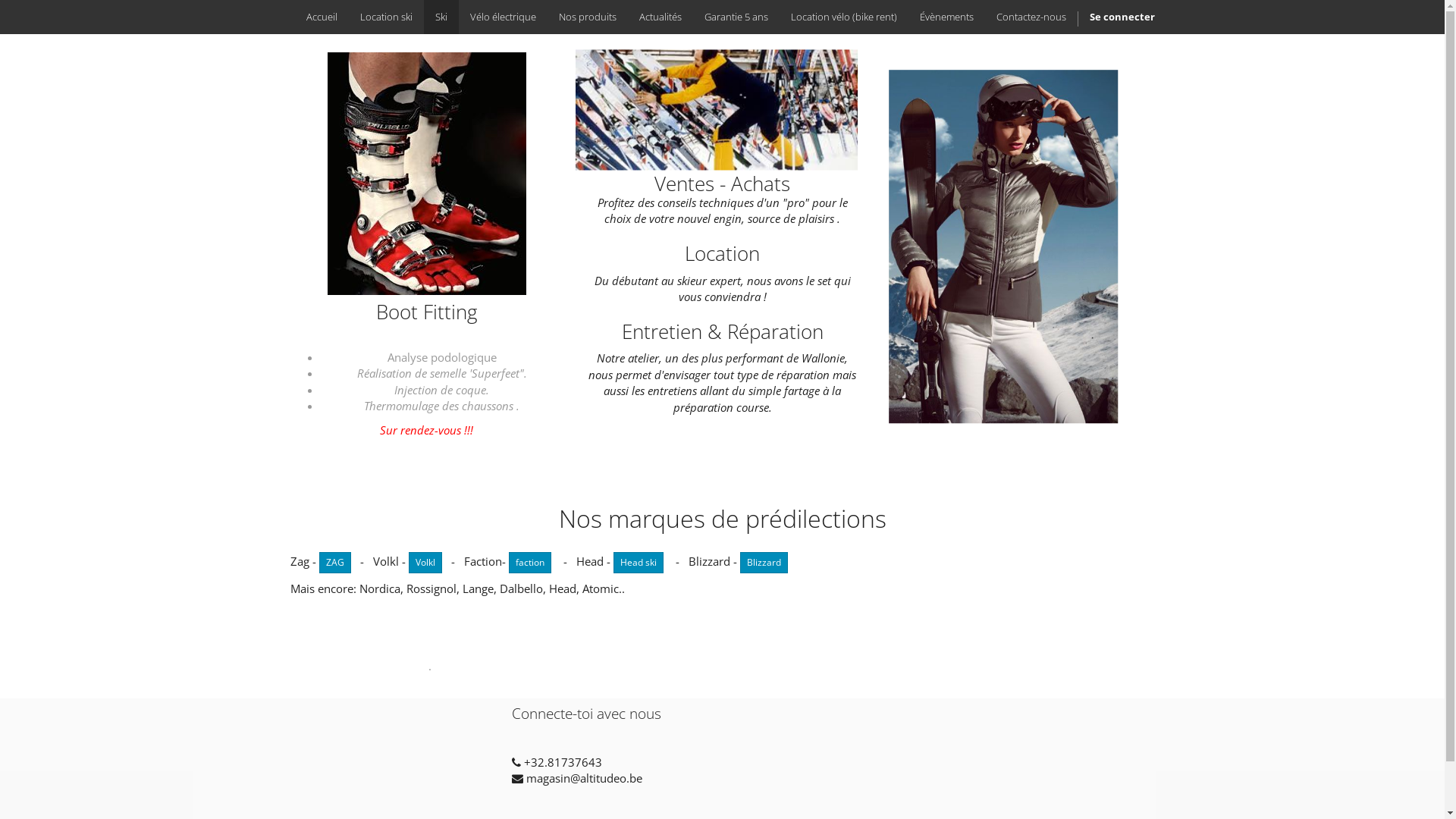 The image size is (1456, 819). I want to click on 'Blizzard', so click(739, 562).